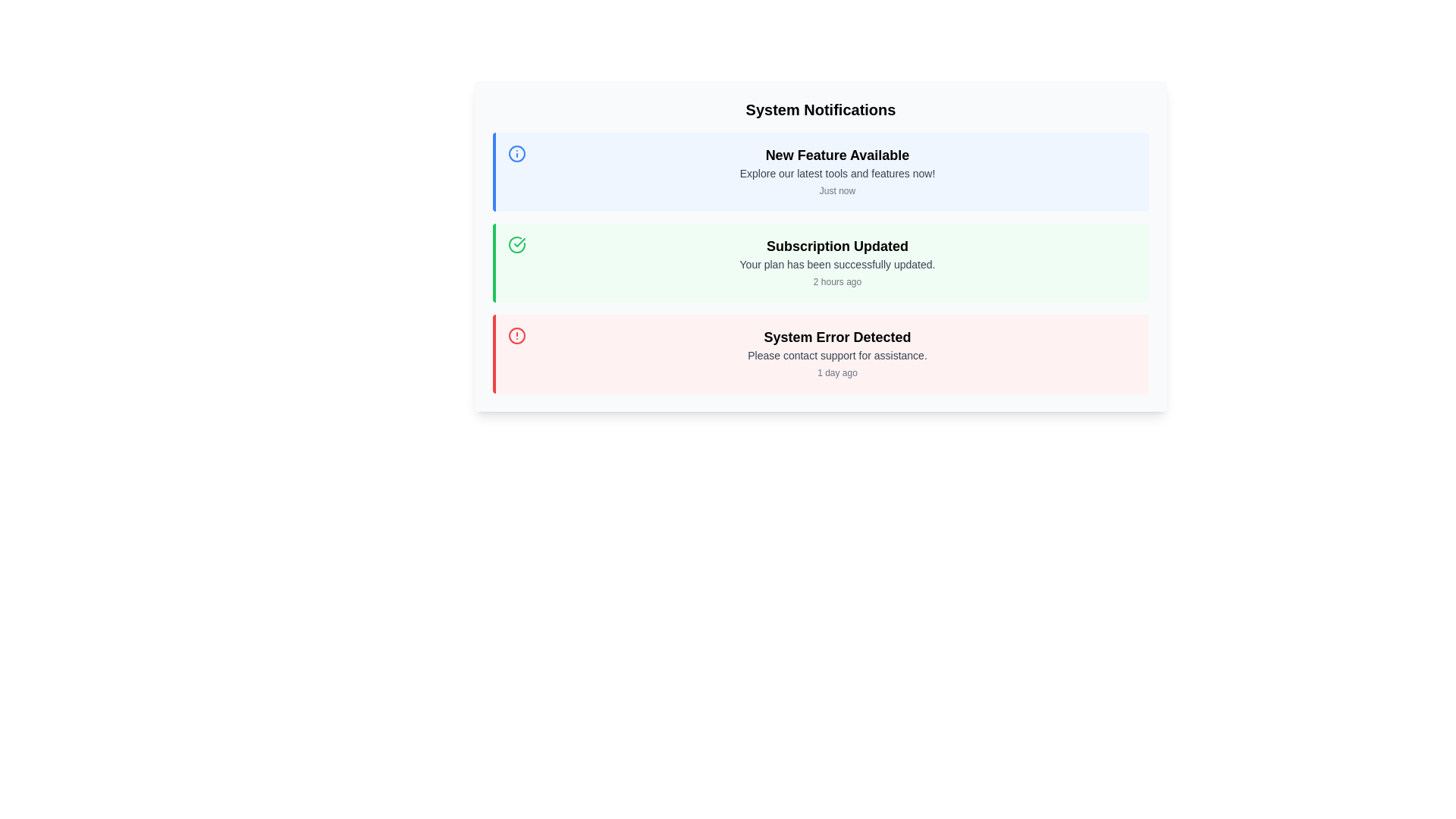 The image size is (1456, 819). What do you see at coordinates (836, 336) in the screenshot?
I see `the text element reading 'System Error Detected', which is styled in bold and large font against a light red background, located in the notification pane` at bounding box center [836, 336].